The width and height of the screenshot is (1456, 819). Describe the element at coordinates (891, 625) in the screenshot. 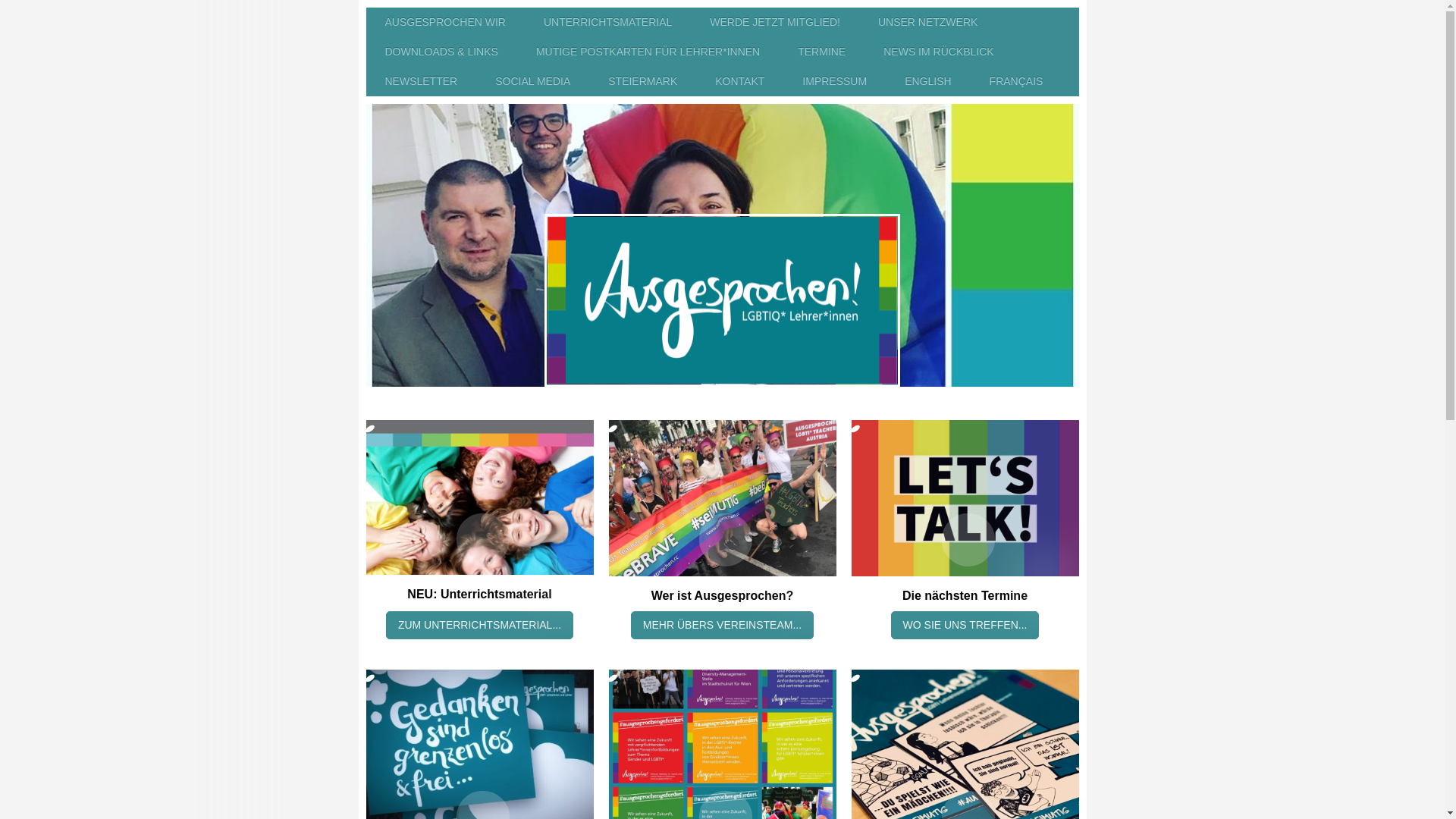

I see `'WO SIE UNS TREFFEN...'` at that location.